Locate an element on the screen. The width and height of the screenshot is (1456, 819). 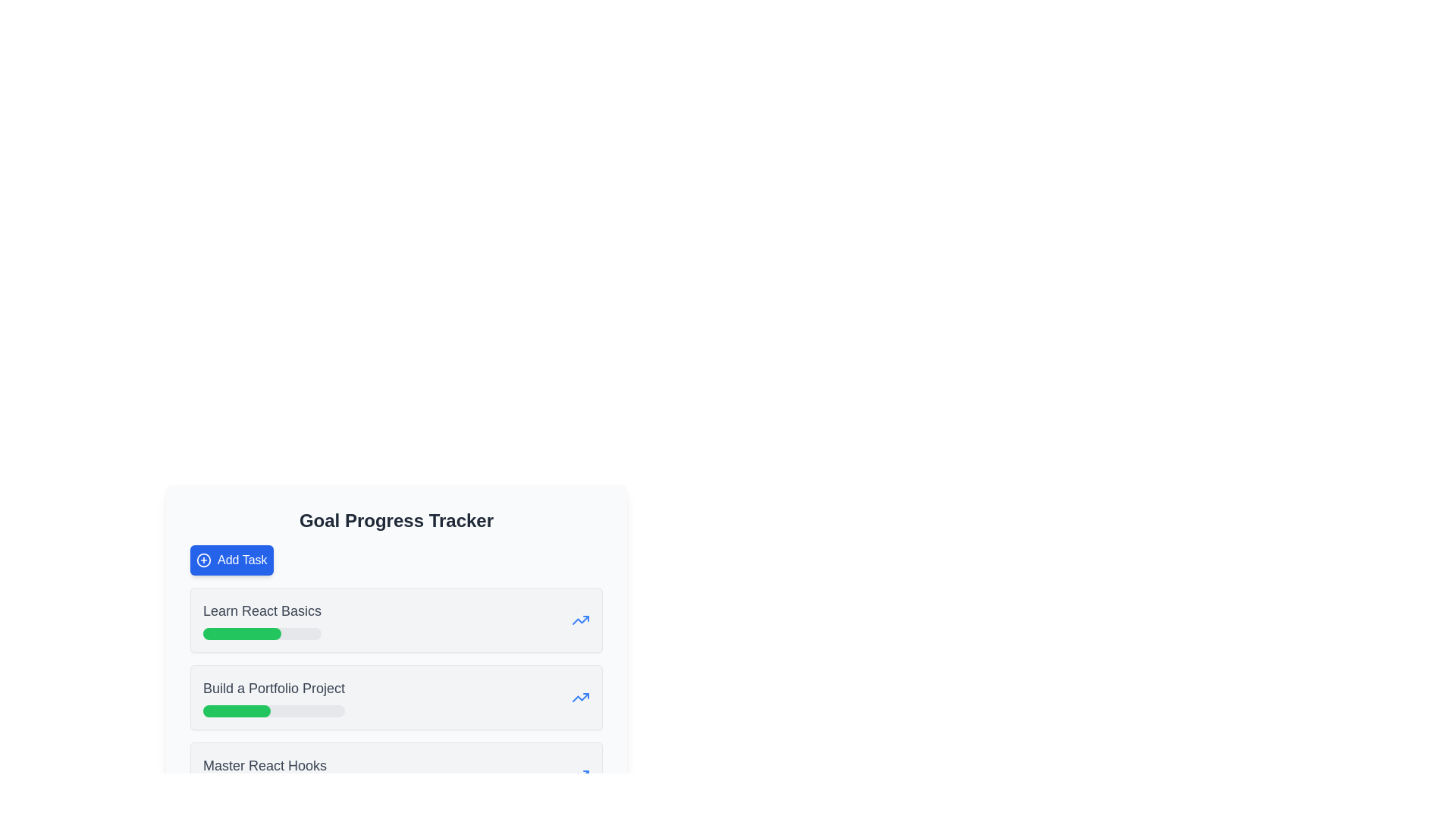
the progress visually by focusing on the progress indicator bar located in the 'Build a Portfolio Project' section of the goal tracker is located at coordinates (236, 711).